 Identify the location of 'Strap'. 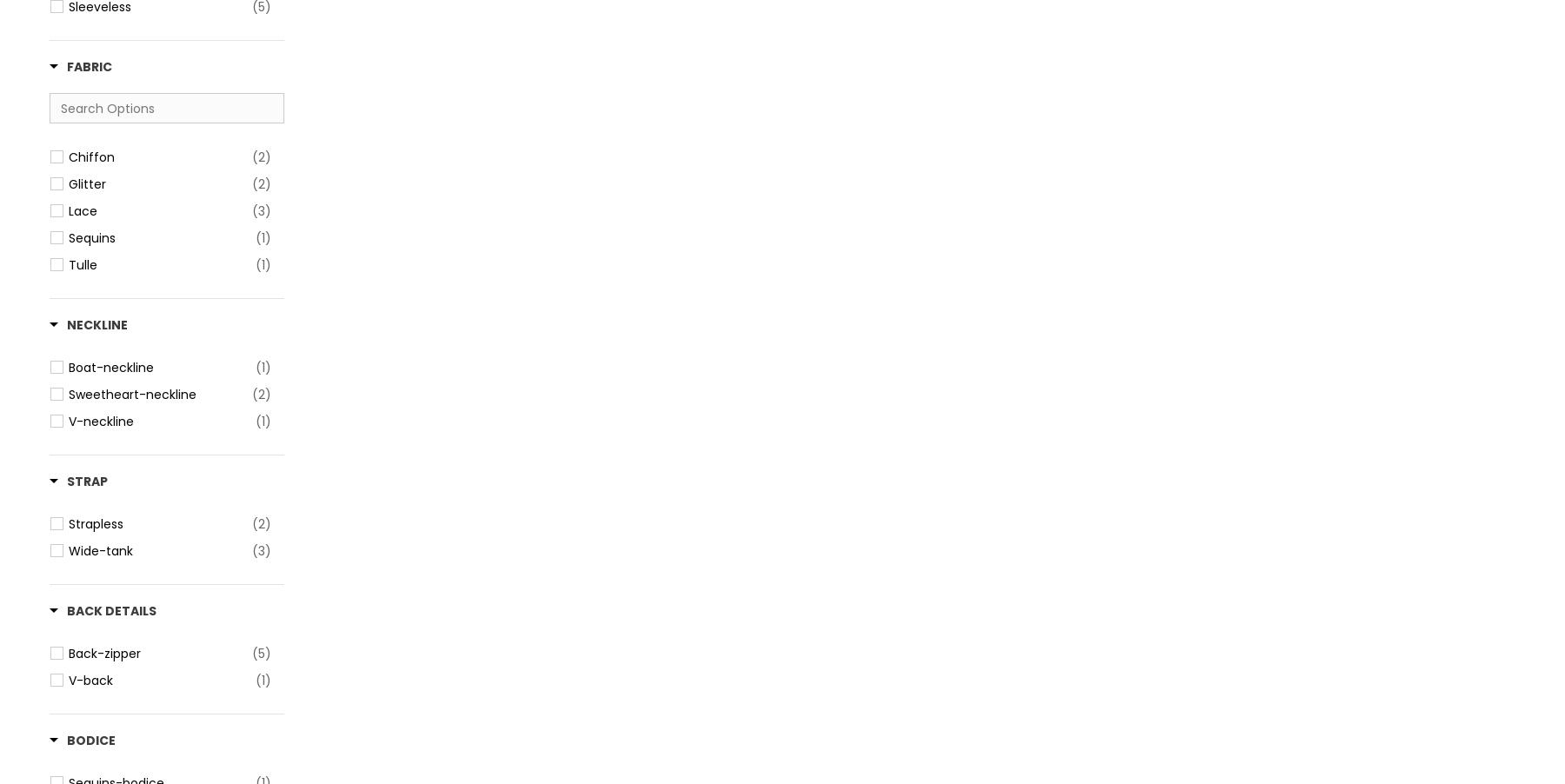
(86, 482).